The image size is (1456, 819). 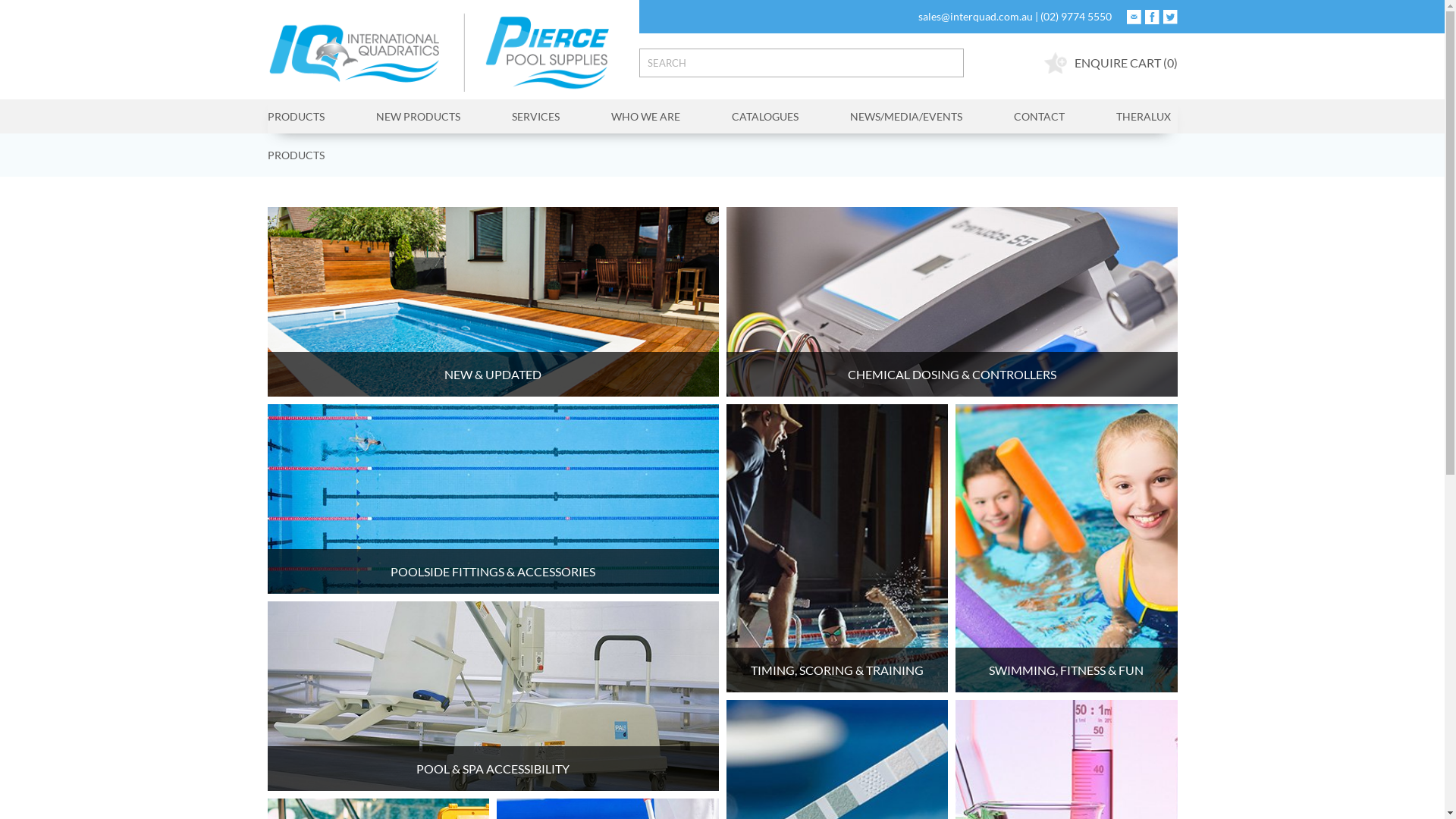 What do you see at coordinates (266, 155) in the screenshot?
I see `'PRODUCTS'` at bounding box center [266, 155].